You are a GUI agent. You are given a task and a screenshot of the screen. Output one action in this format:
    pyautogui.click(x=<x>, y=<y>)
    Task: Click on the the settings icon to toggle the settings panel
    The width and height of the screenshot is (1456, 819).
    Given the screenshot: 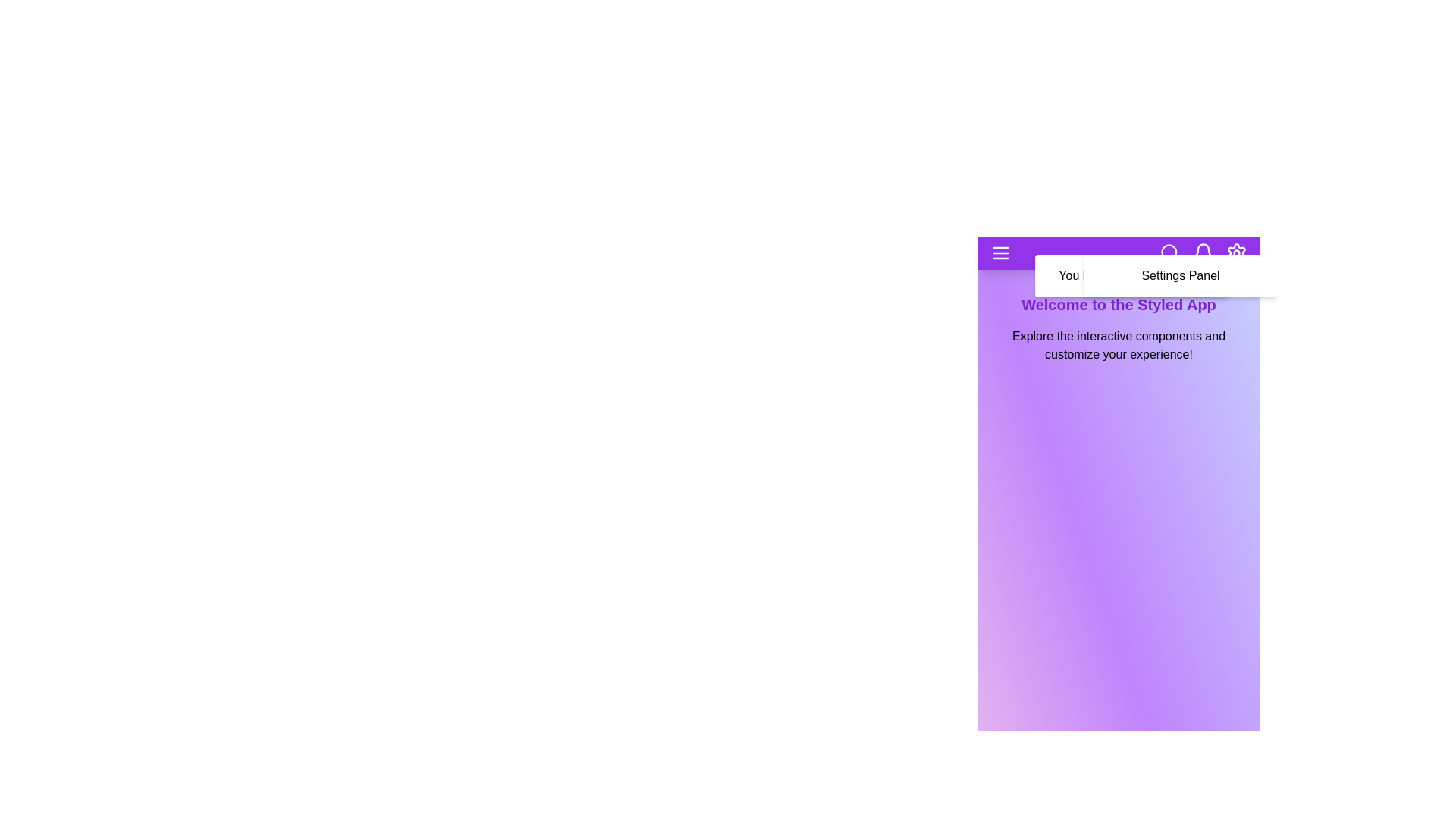 What is the action you would take?
    pyautogui.click(x=1237, y=253)
    